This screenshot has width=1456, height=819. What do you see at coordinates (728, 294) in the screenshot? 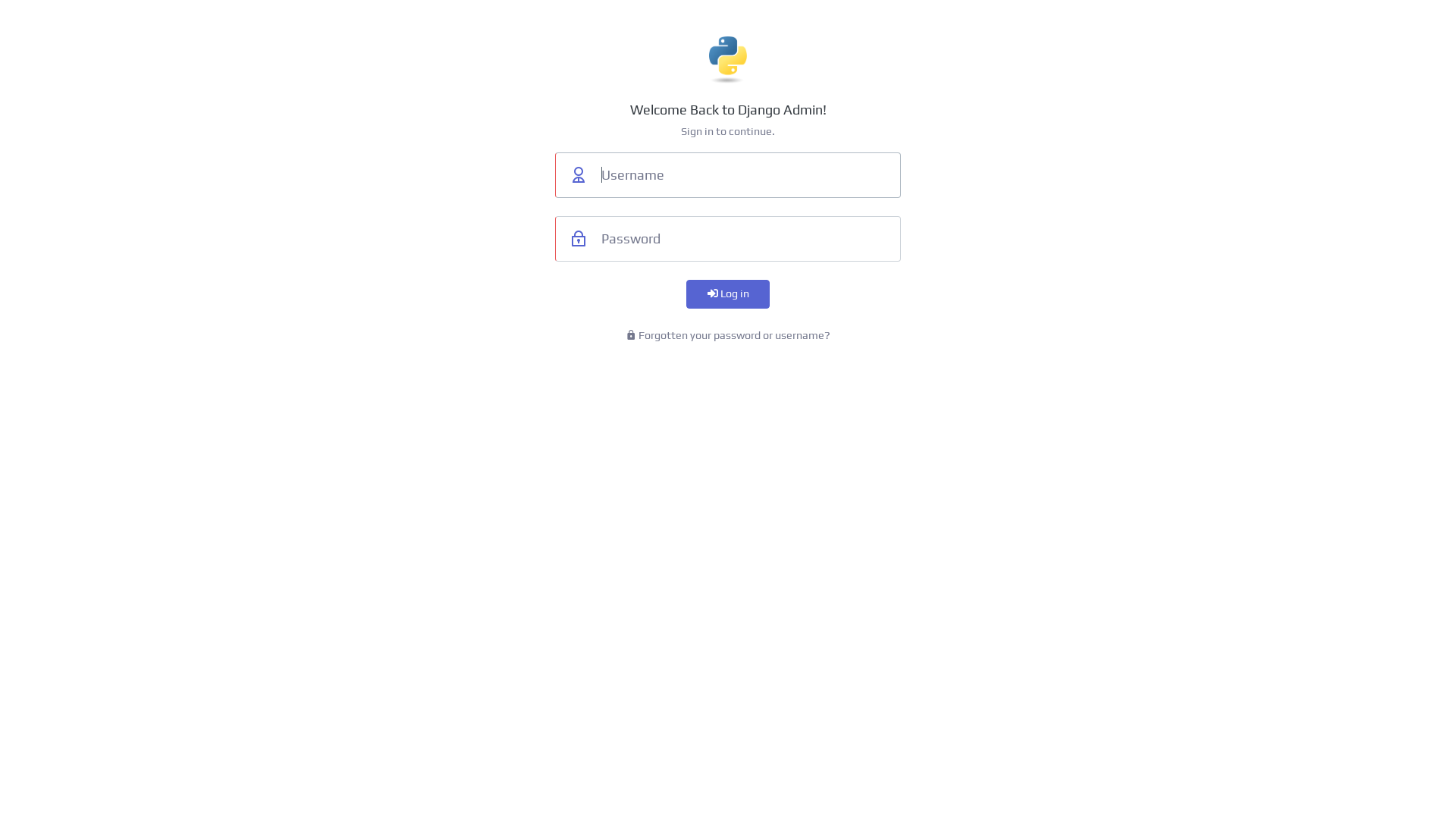
I see `'Log in'` at bounding box center [728, 294].